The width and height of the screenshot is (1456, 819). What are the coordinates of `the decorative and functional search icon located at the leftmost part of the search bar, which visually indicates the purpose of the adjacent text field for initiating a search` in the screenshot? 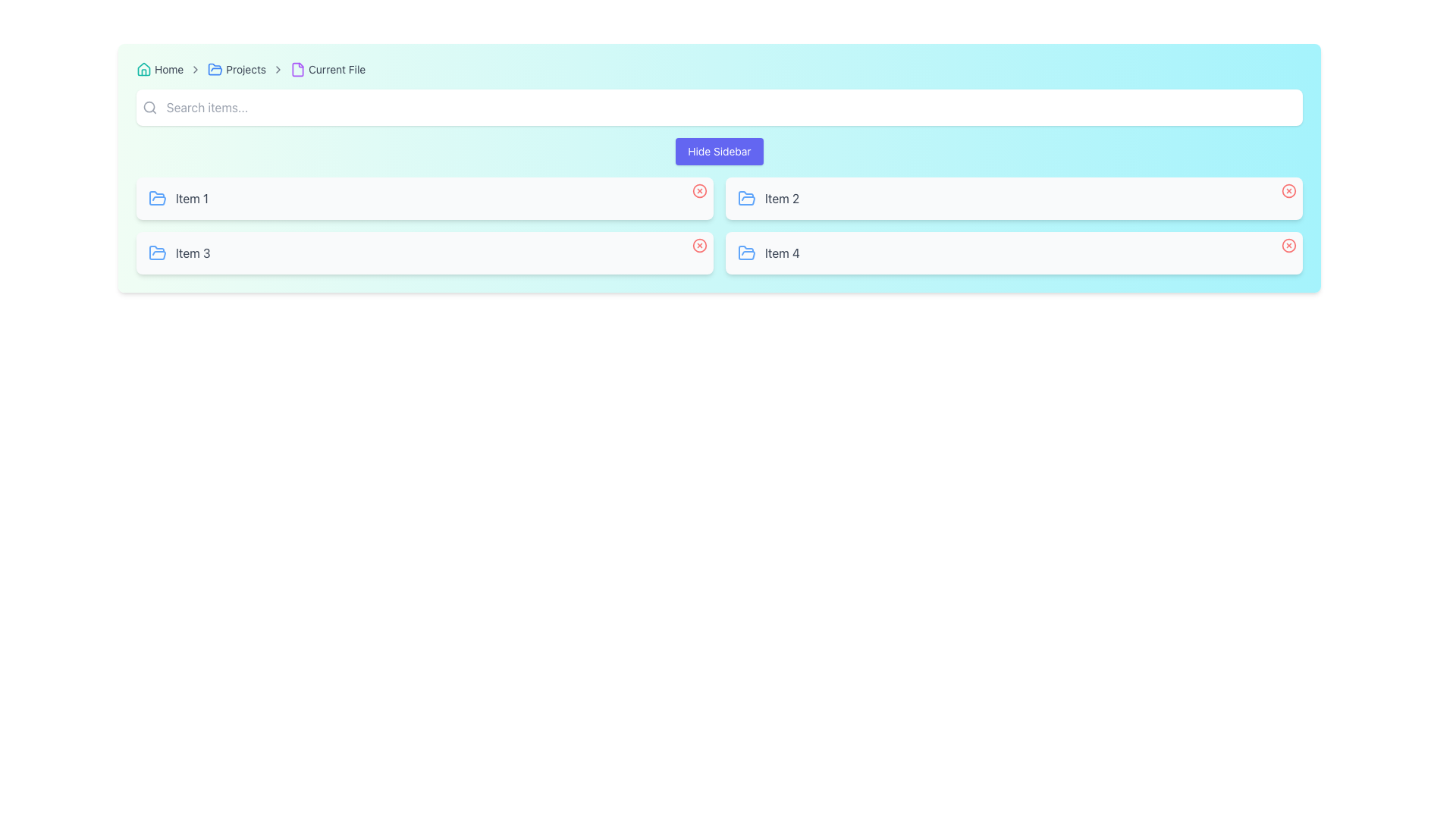 It's located at (149, 107).